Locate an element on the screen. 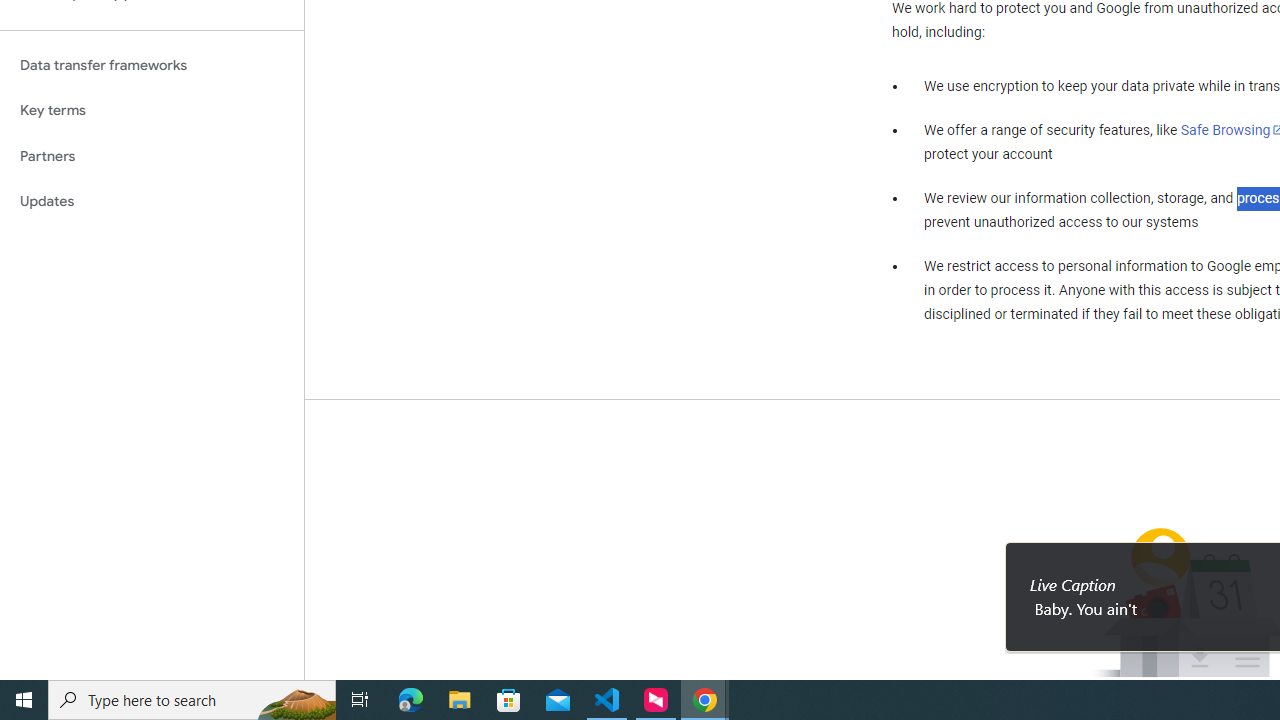 This screenshot has width=1280, height=720. 'Updates' is located at coordinates (151, 201).